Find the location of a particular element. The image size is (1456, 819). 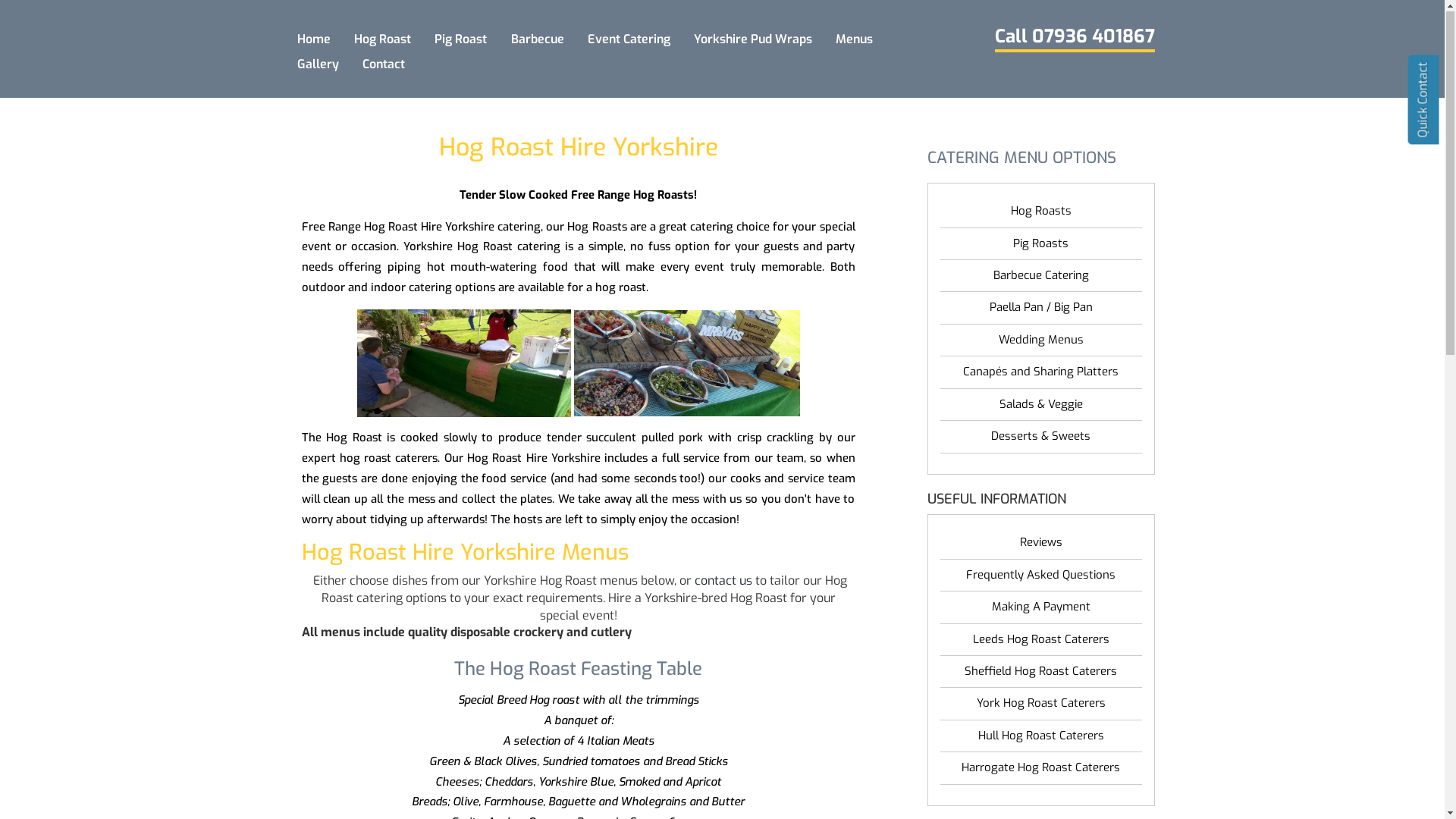

'Yorkshire Pud Wraps' is located at coordinates (752, 39).